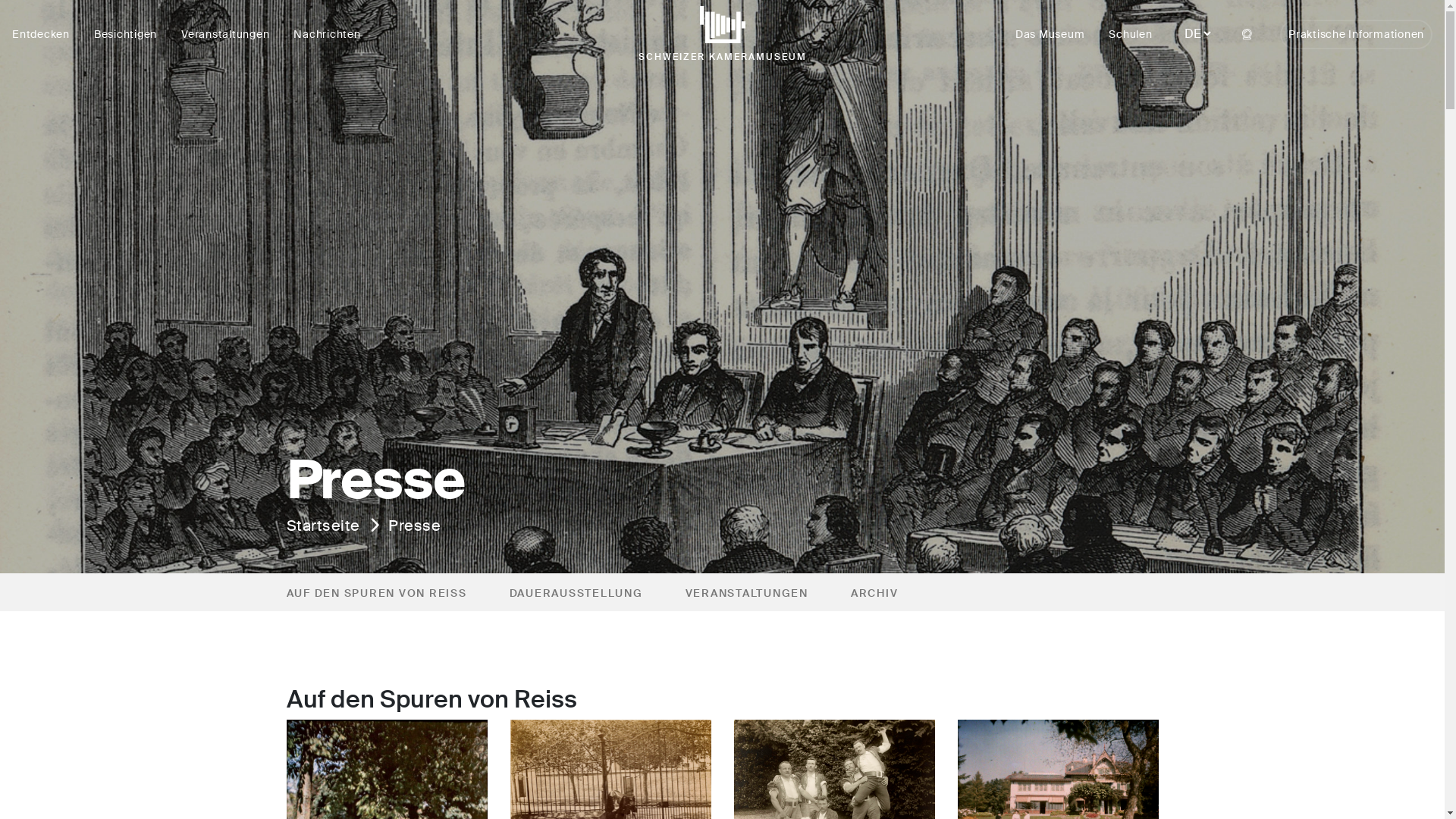 This screenshot has height=819, width=1456. What do you see at coordinates (1356, 34) in the screenshot?
I see `'Praktische Informationen'` at bounding box center [1356, 34].